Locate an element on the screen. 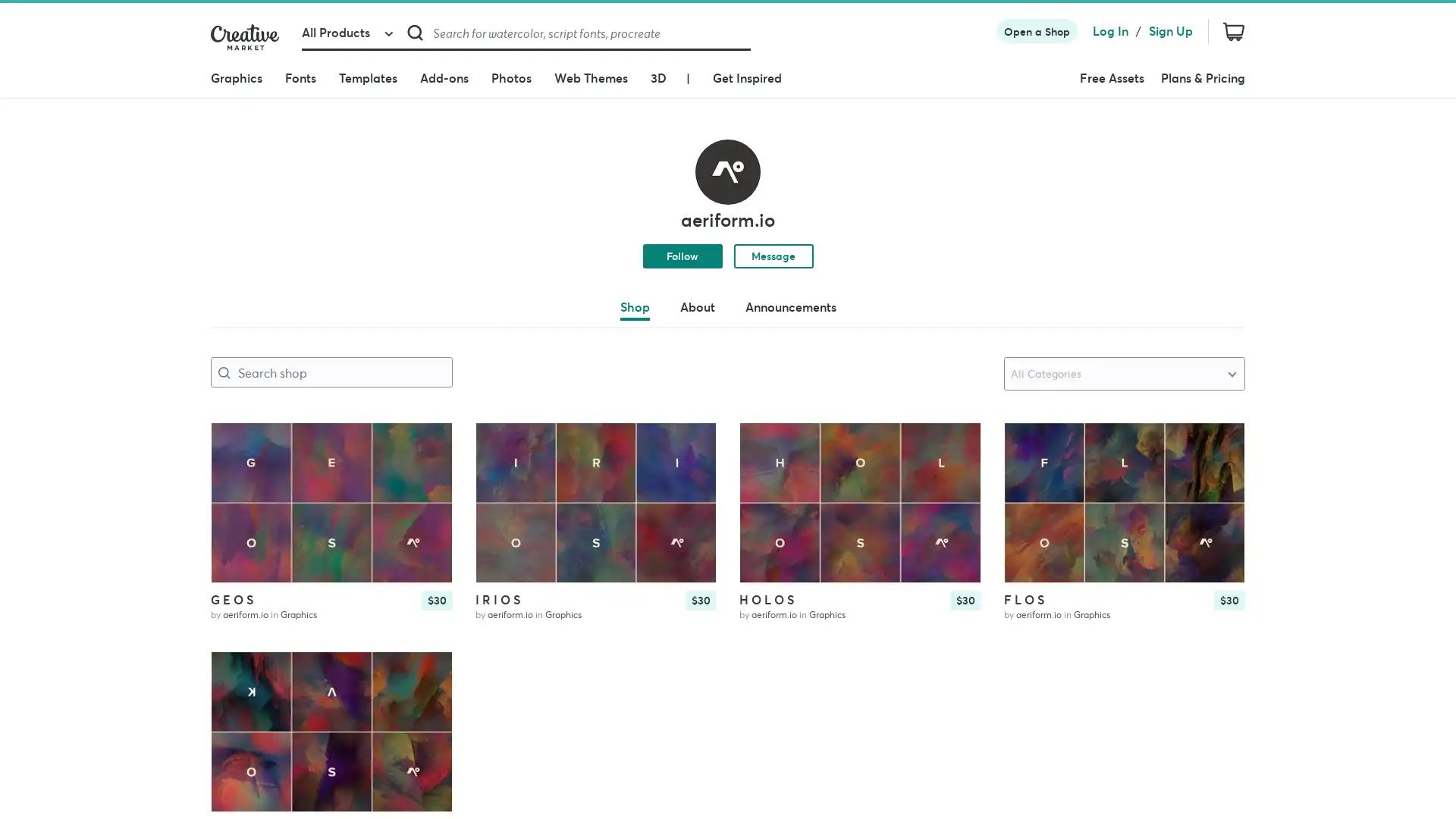 This screenshot has width=1456, height=819. Save is located at coordinates (691, 469).